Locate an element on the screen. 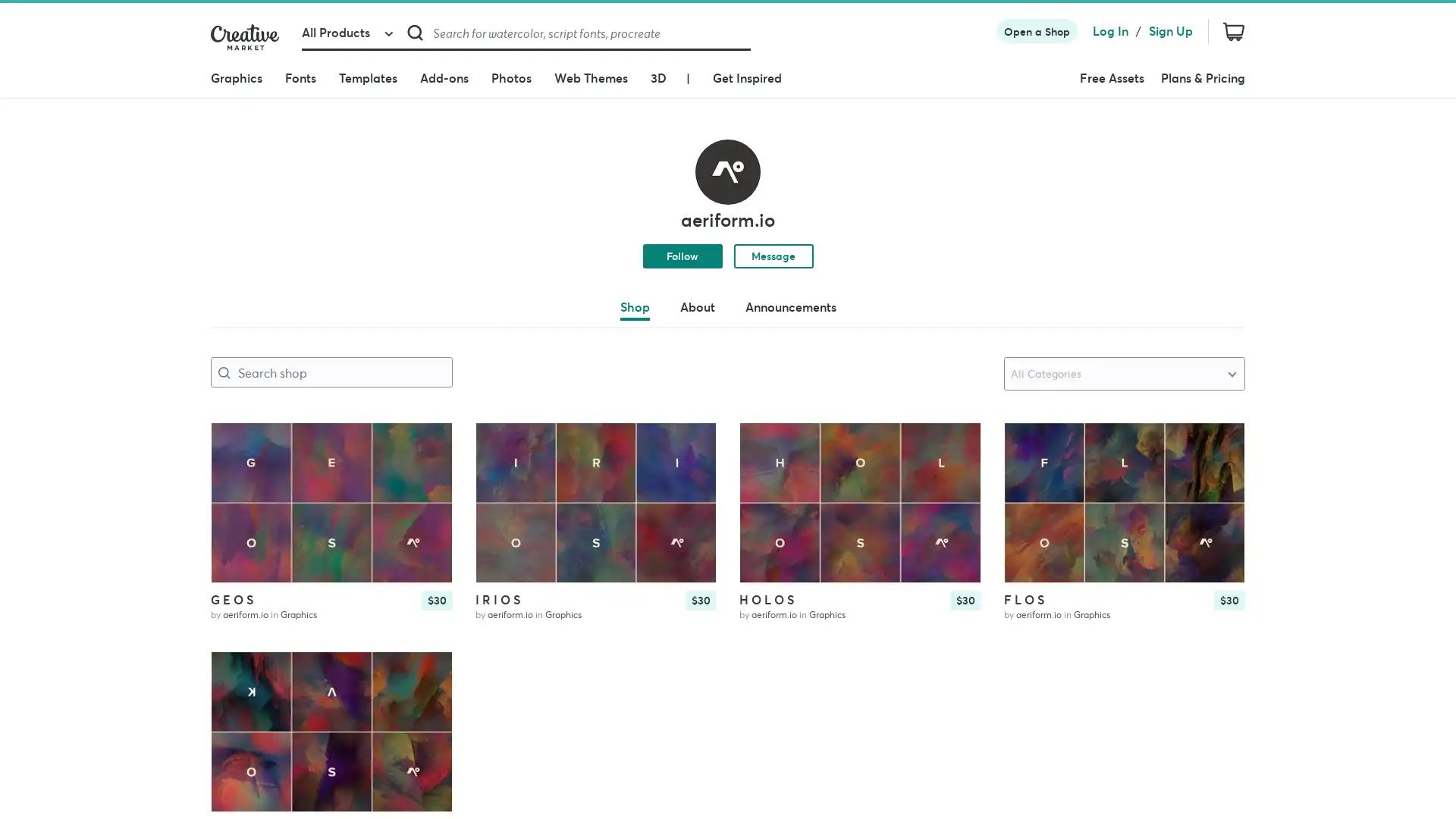 This screenshot has width=1456, height=819. Save is located at coordinates (691, 469).